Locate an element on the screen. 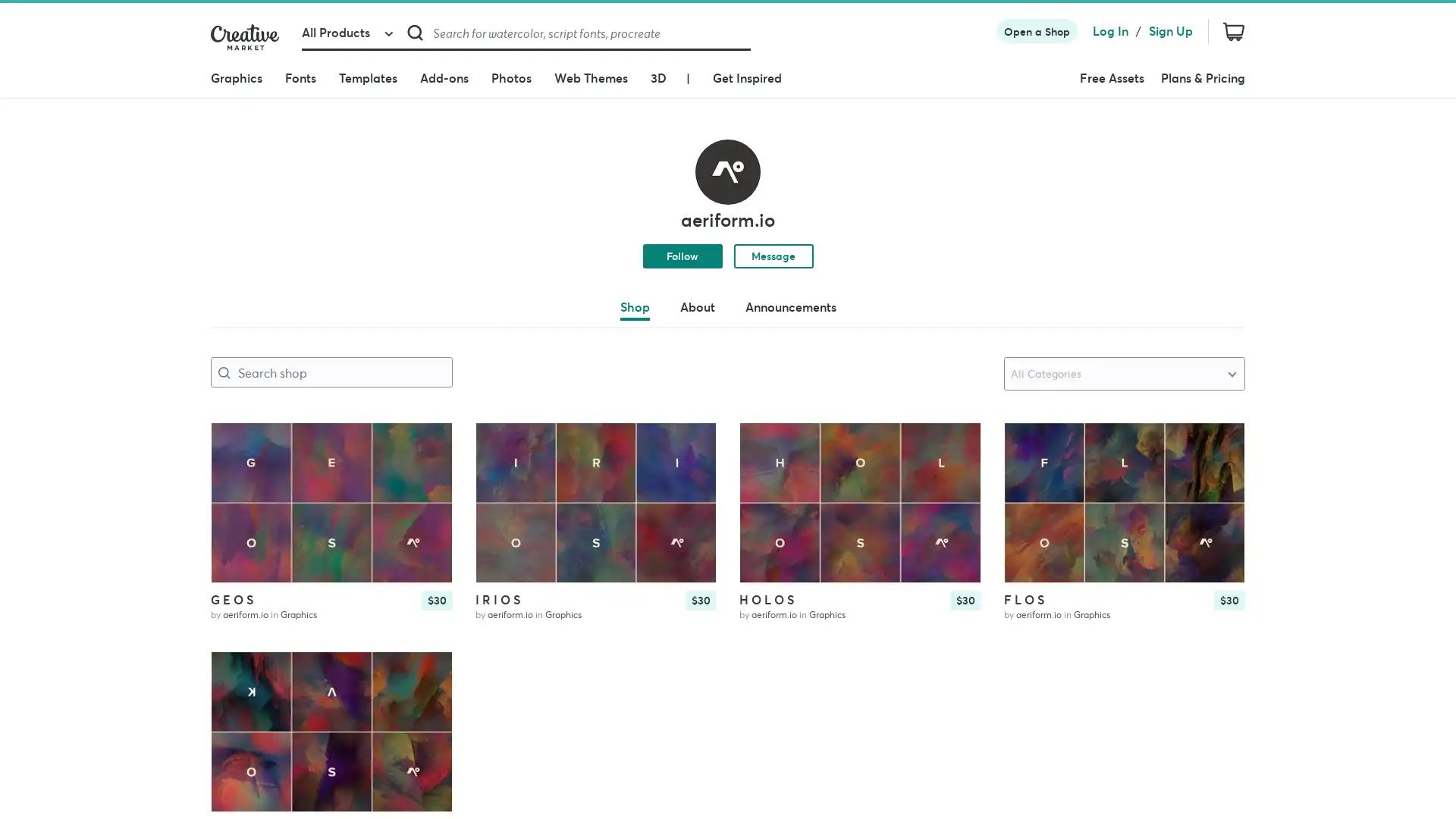 This screenshot has width=1456, height=819. Save is located at coordinates (691, 469).